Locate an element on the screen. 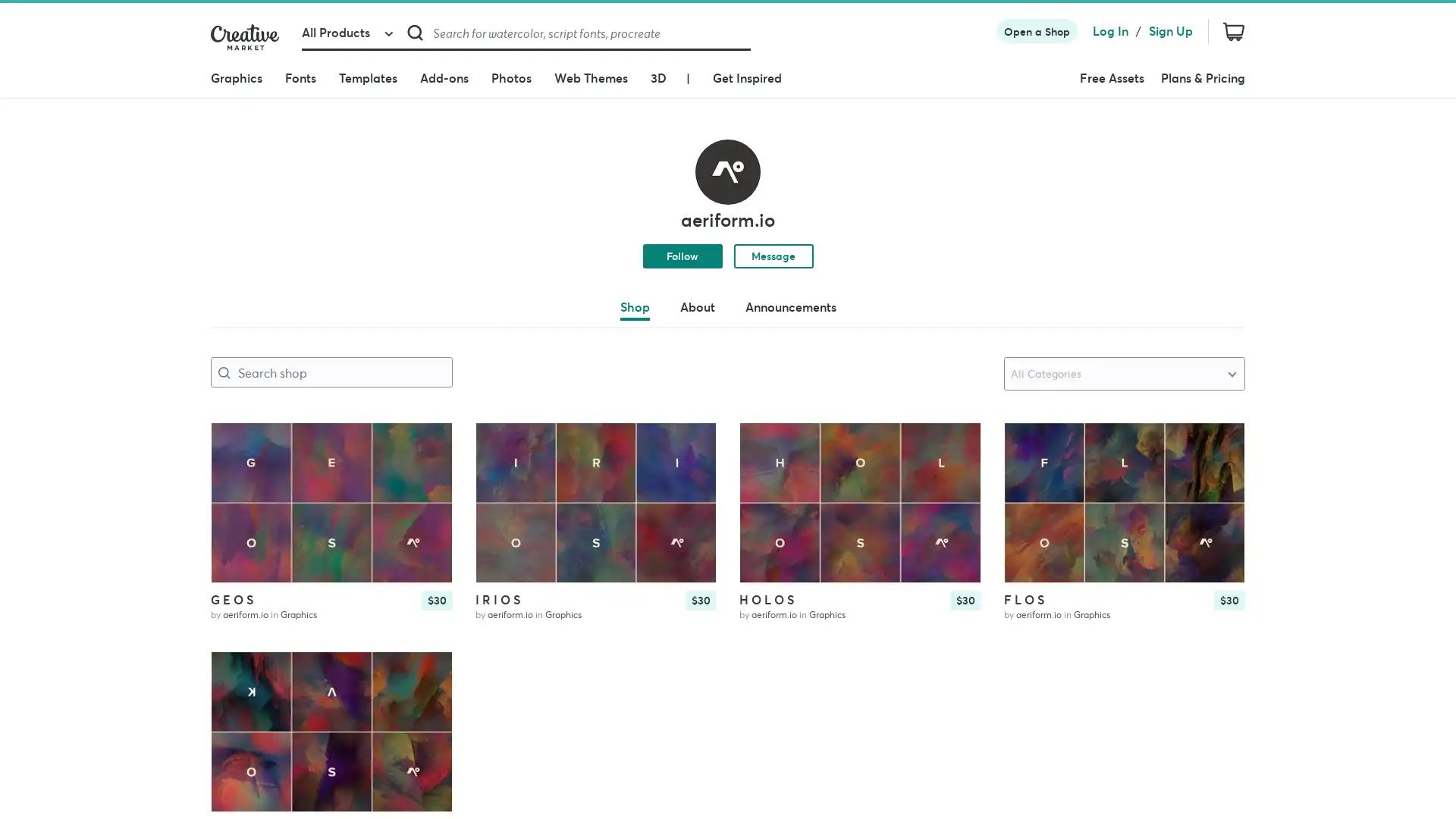 This screenshot has width=1456, height=819. Save is located at coordinates (691, 469).